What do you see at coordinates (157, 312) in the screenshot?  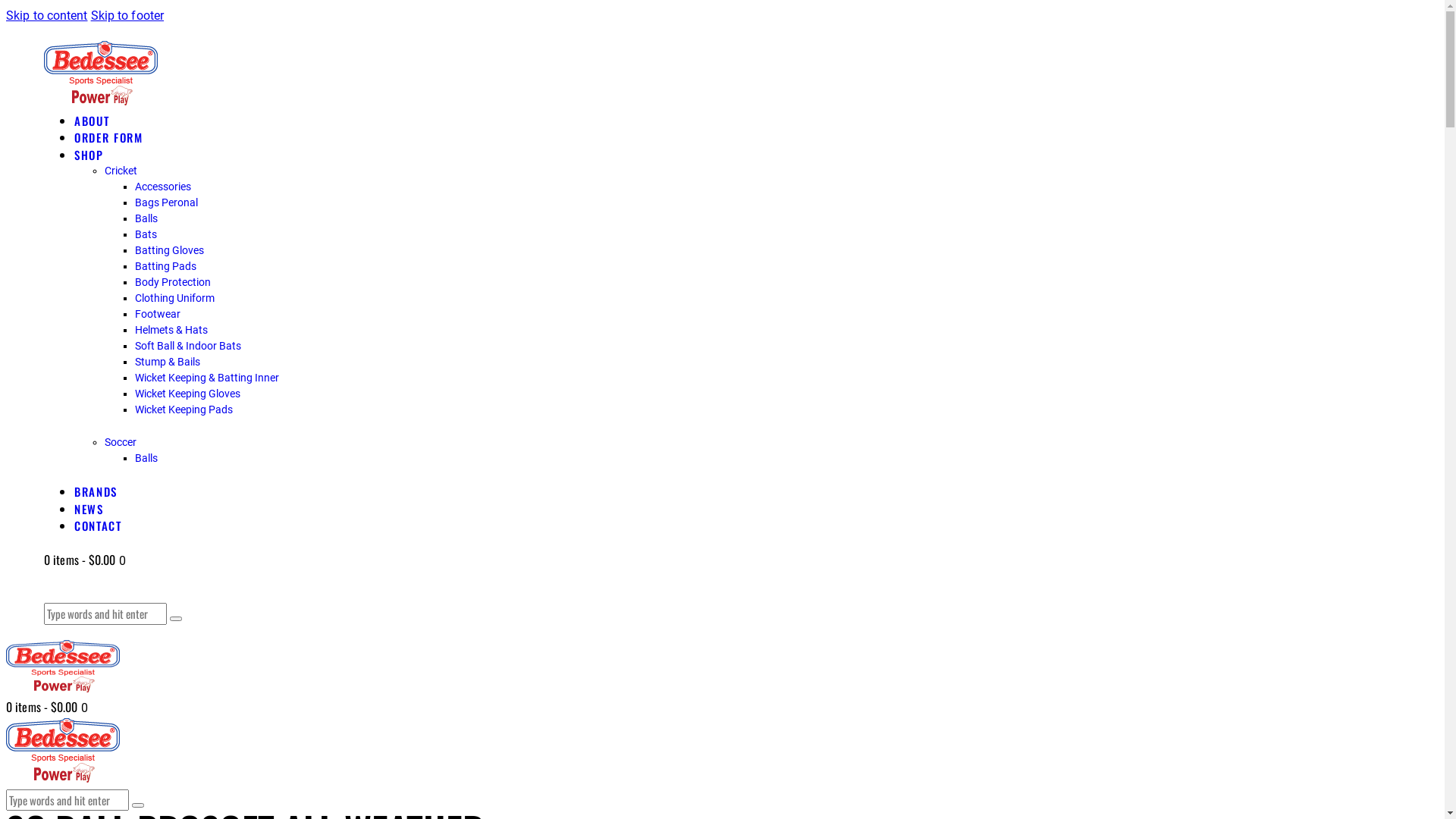 I see `'Footwear'` at bounding box center [157, 312].